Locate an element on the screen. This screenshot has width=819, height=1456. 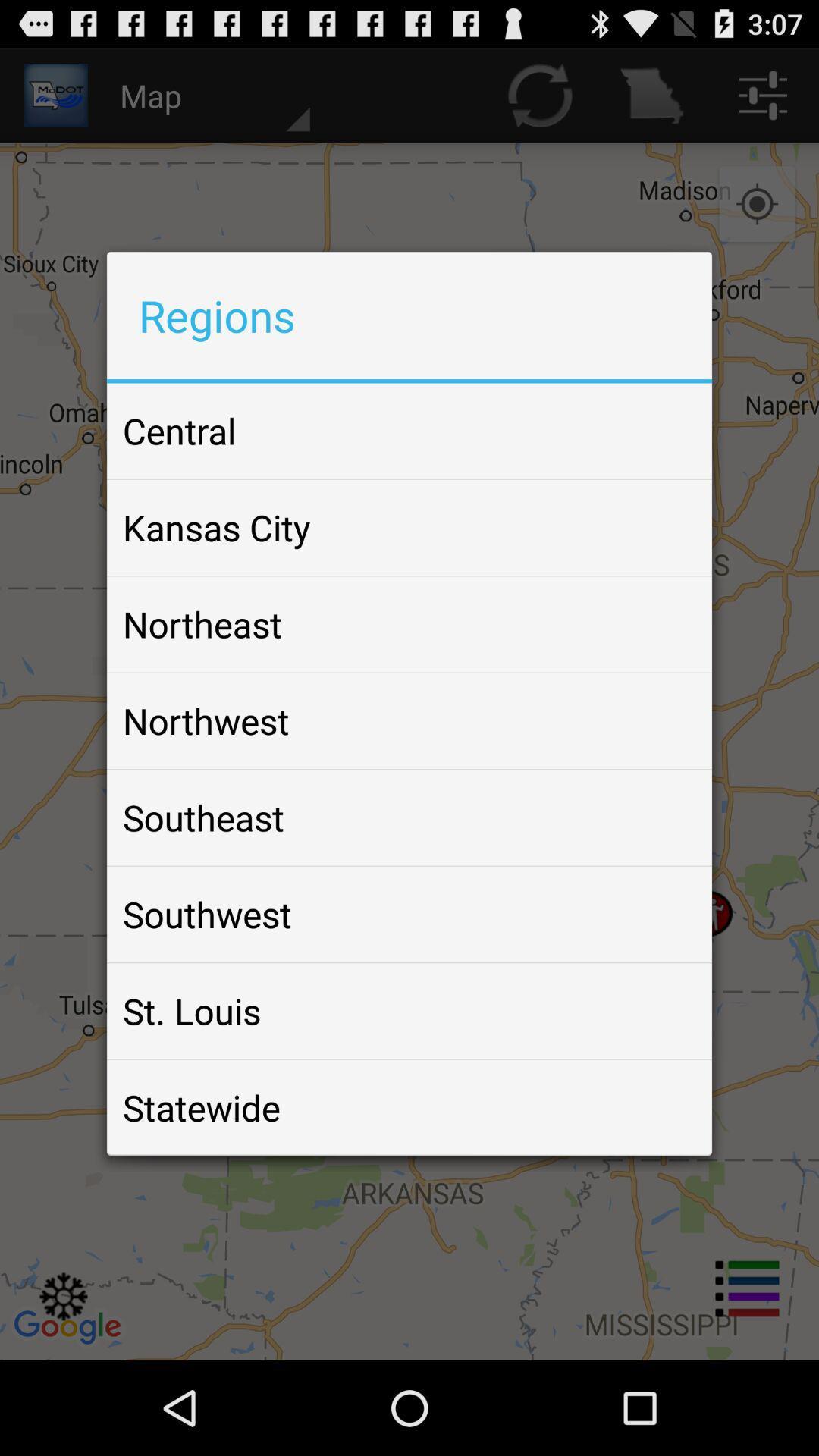
item to the right of southeast app is located at coordinates (663, 817).